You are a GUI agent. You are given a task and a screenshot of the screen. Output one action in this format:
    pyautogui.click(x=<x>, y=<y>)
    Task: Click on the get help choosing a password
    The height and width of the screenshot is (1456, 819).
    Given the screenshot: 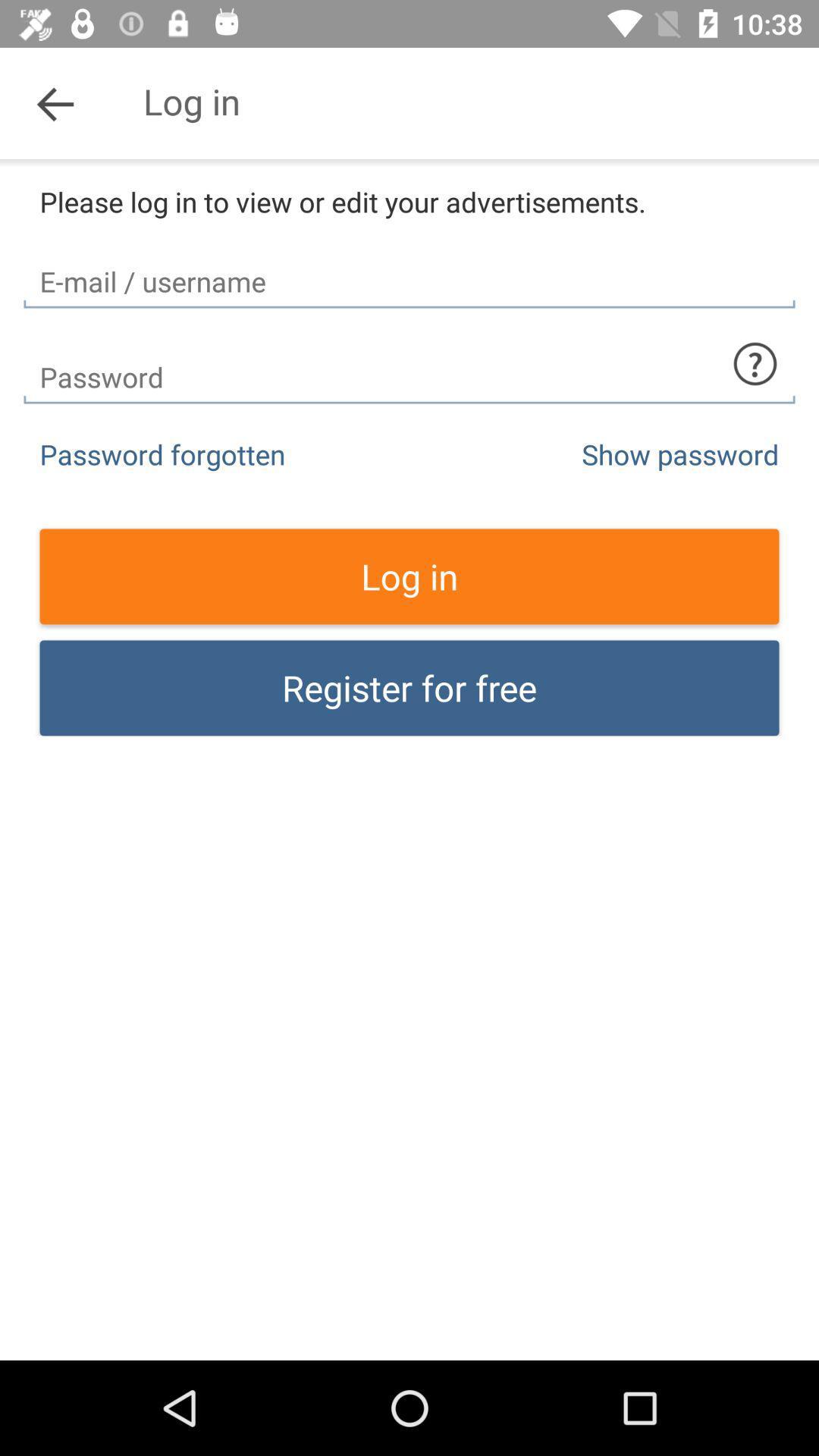 What is the action you would take?
    pyautogui.click(x=755, y=364)
    